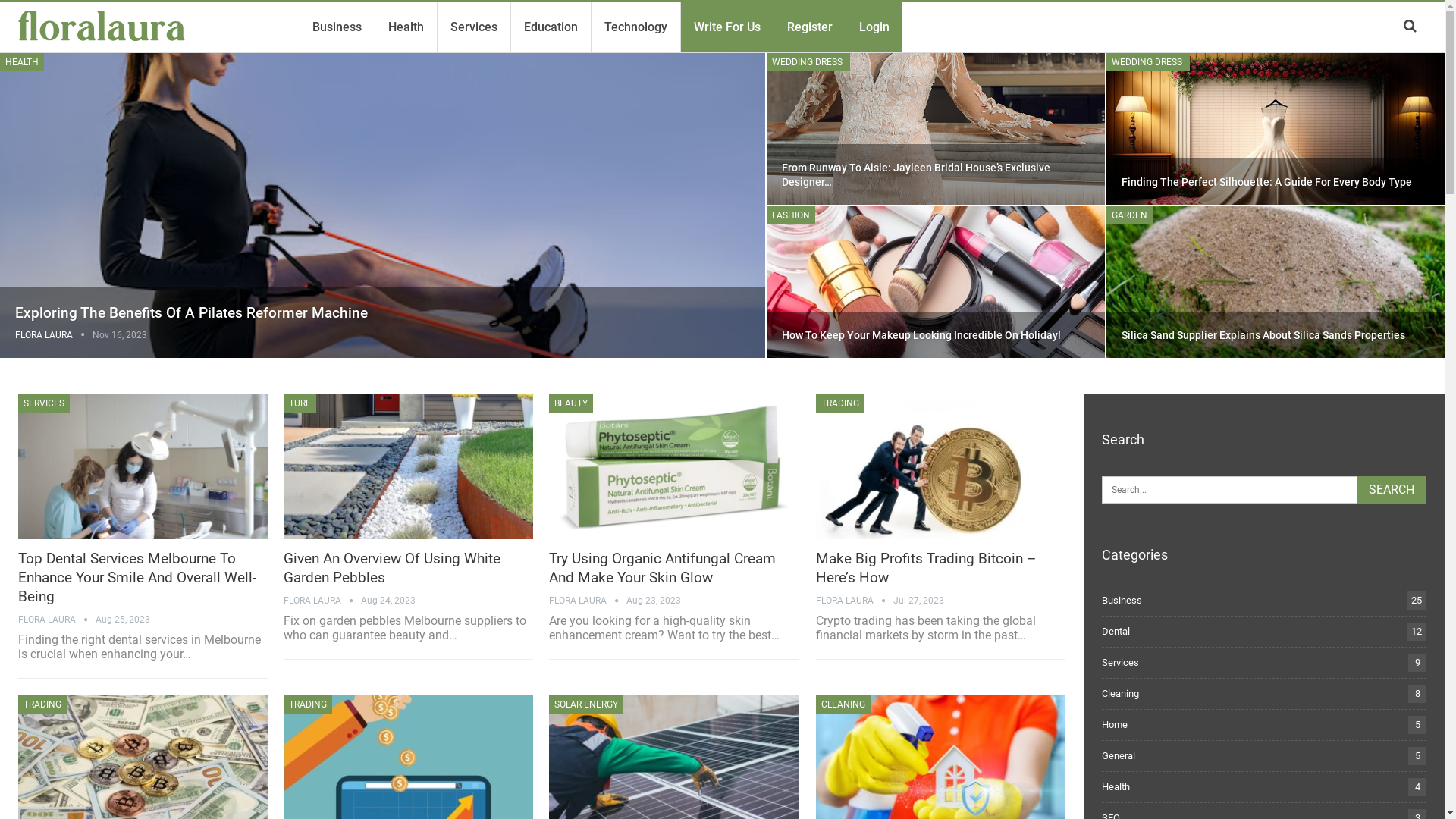  Describe the element at coordinates (839, 403) in the screenshot. I see `'TRADING'` at that location.